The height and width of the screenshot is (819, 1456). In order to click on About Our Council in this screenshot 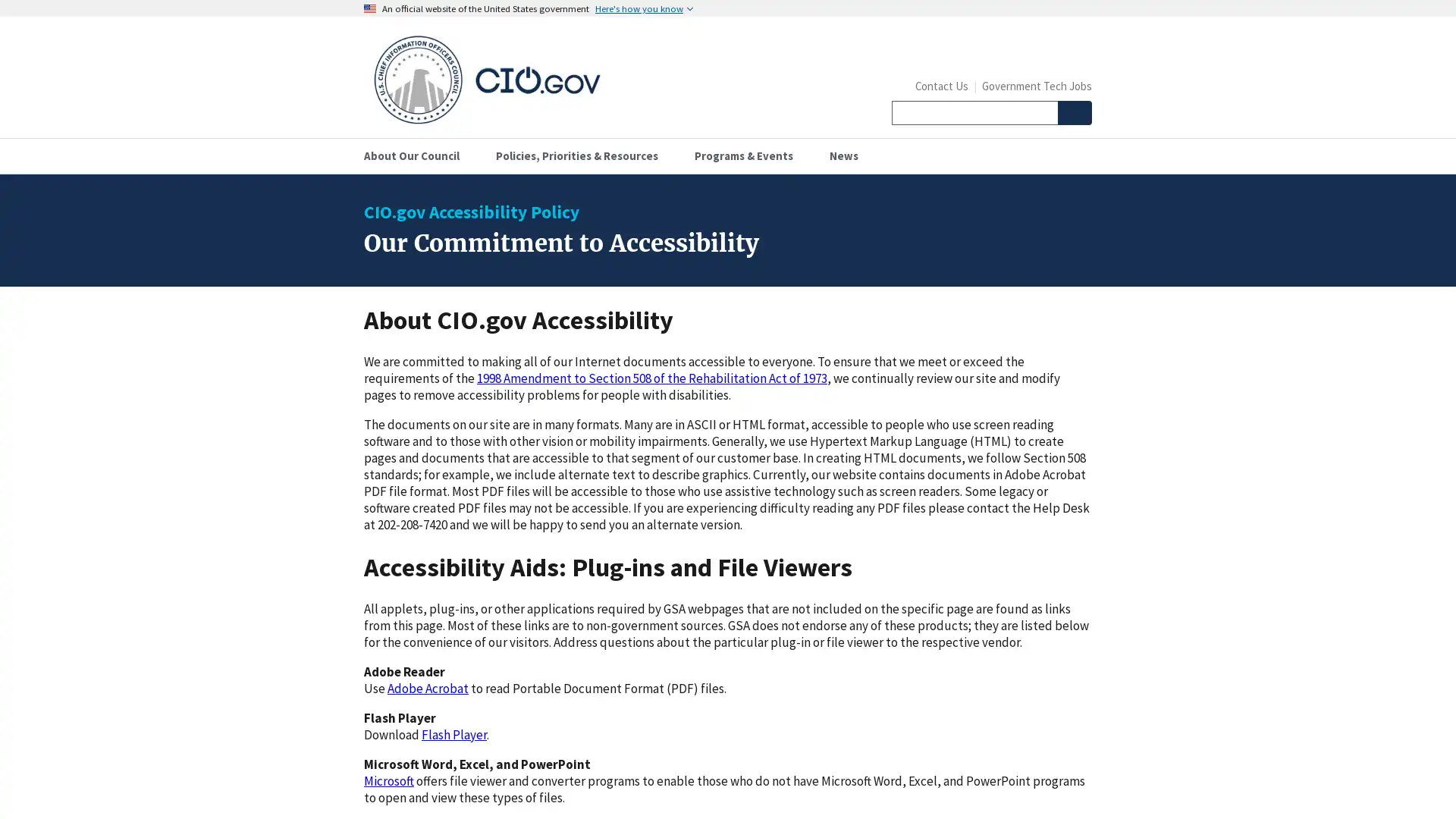, I will do `click(418, 155)`.